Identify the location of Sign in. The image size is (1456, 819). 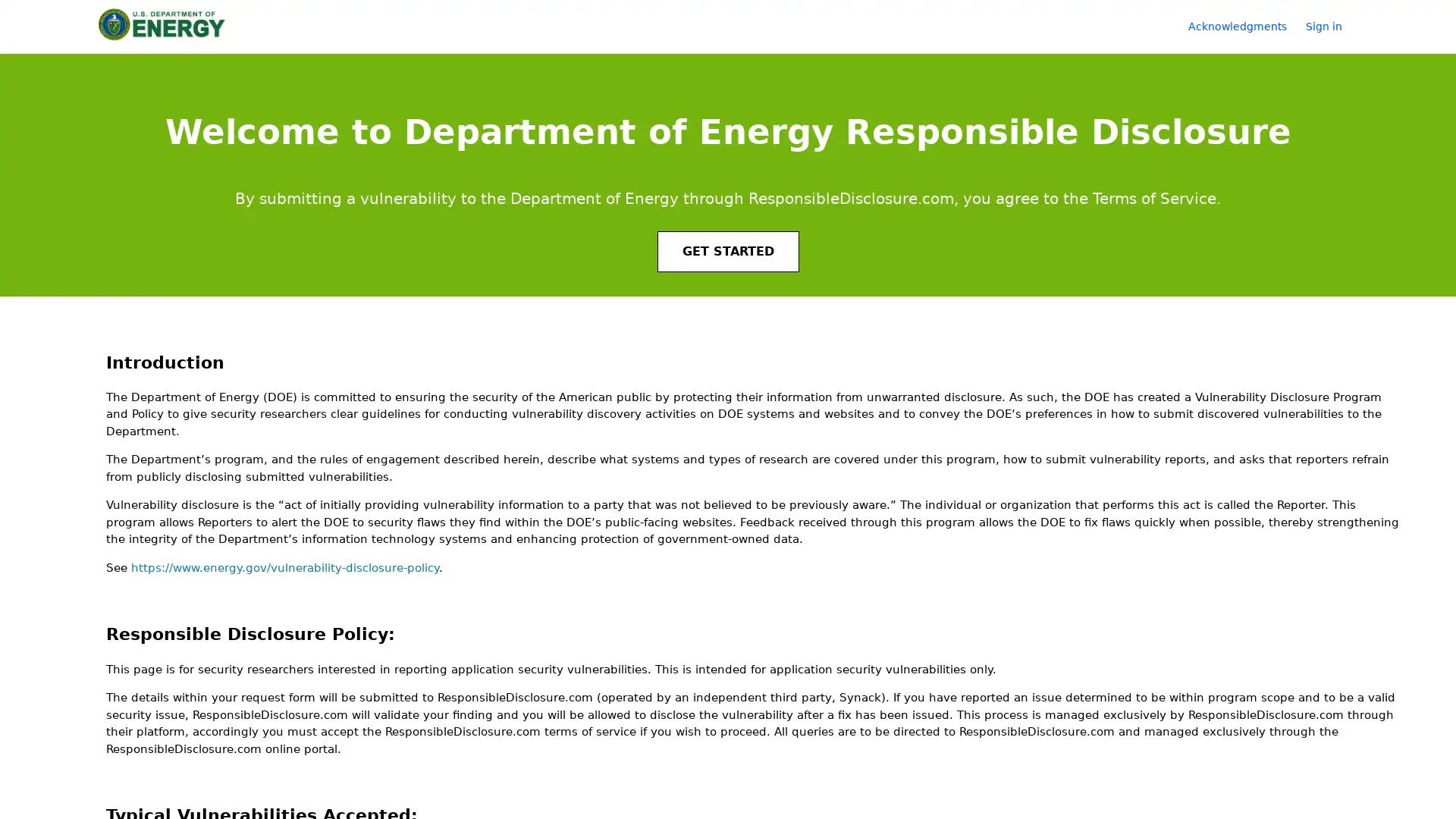
(1331, 26).